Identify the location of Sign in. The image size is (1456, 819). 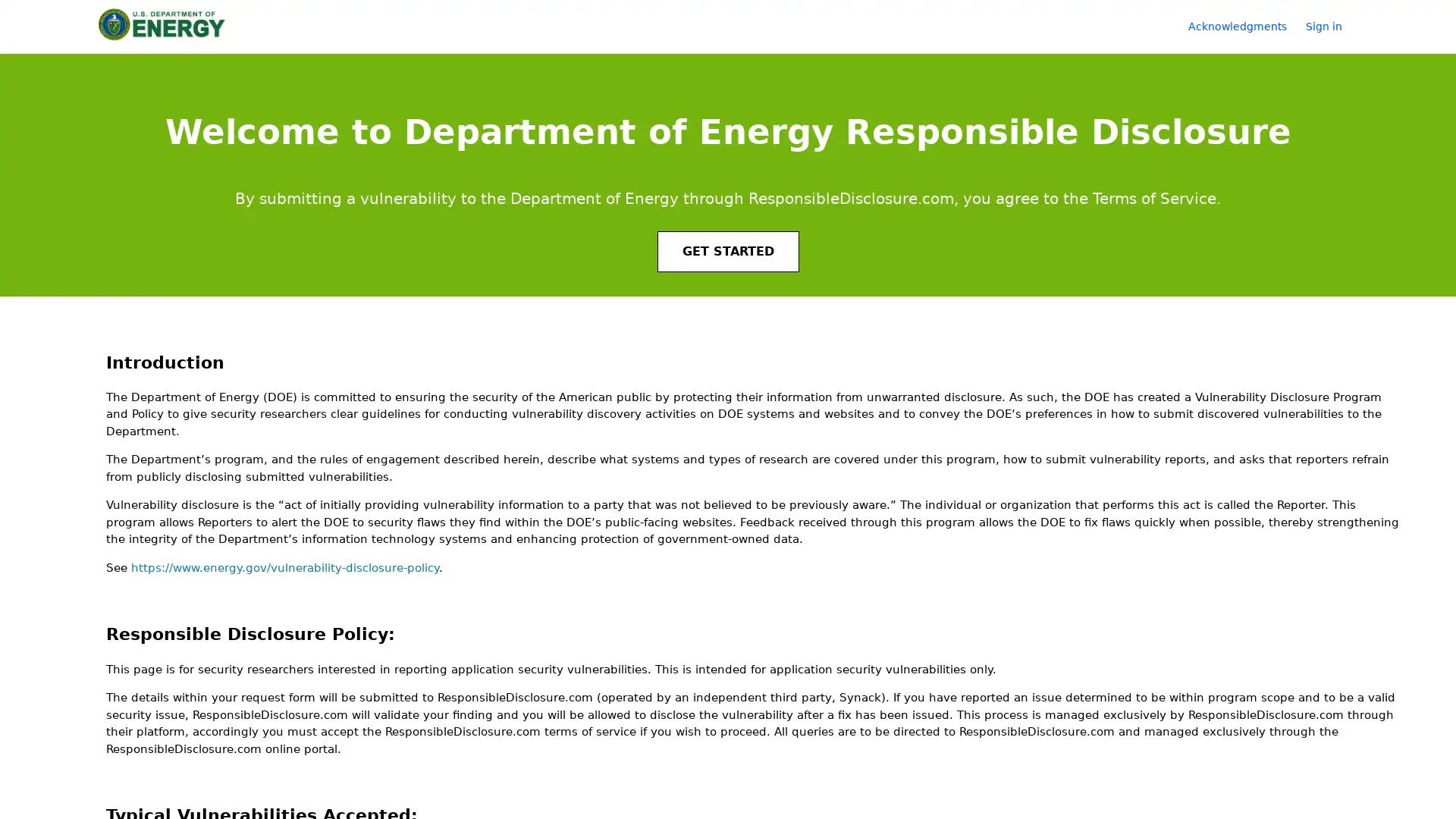
(1331, 26).